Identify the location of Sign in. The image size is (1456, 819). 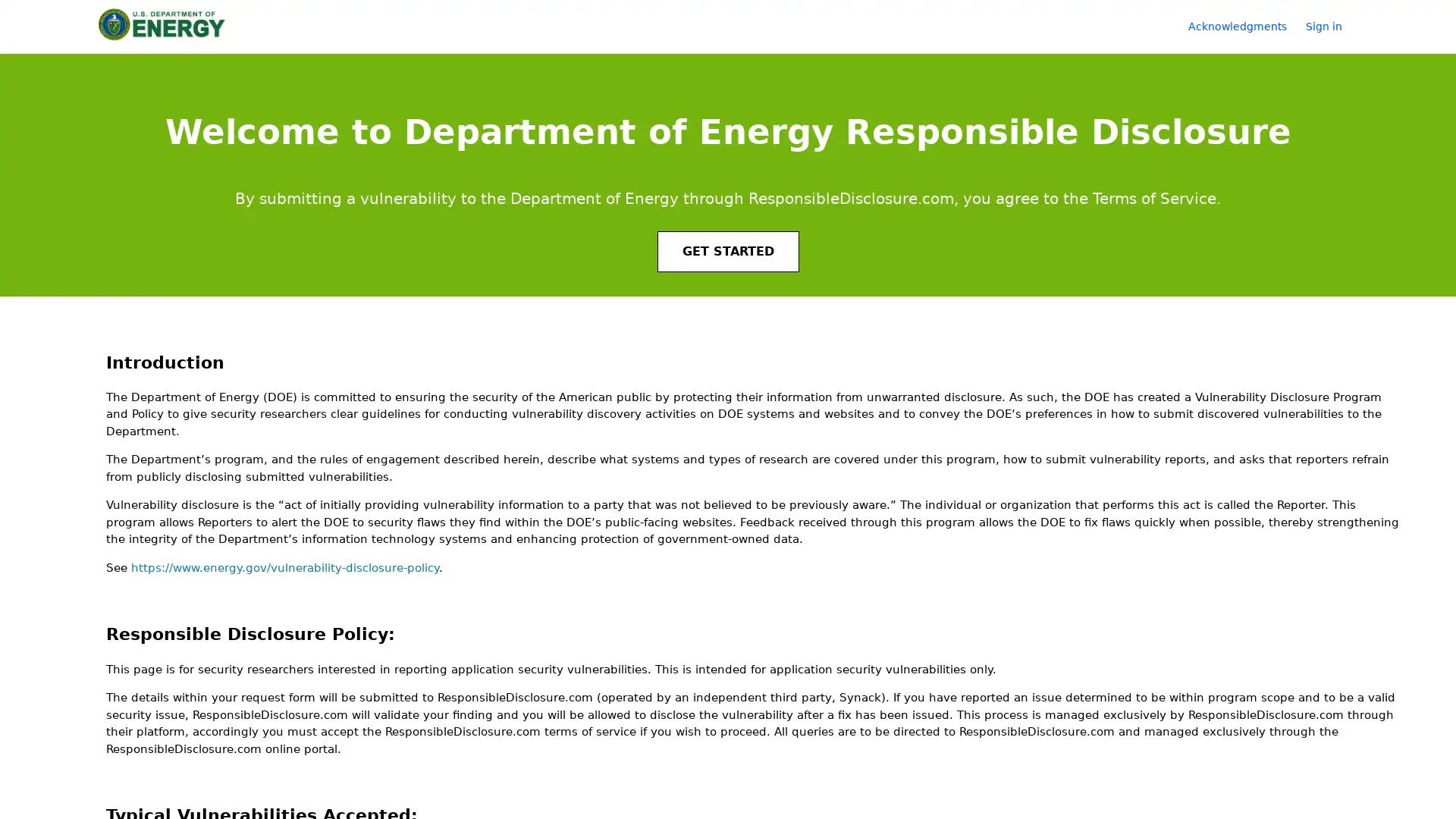
(1331, 26).